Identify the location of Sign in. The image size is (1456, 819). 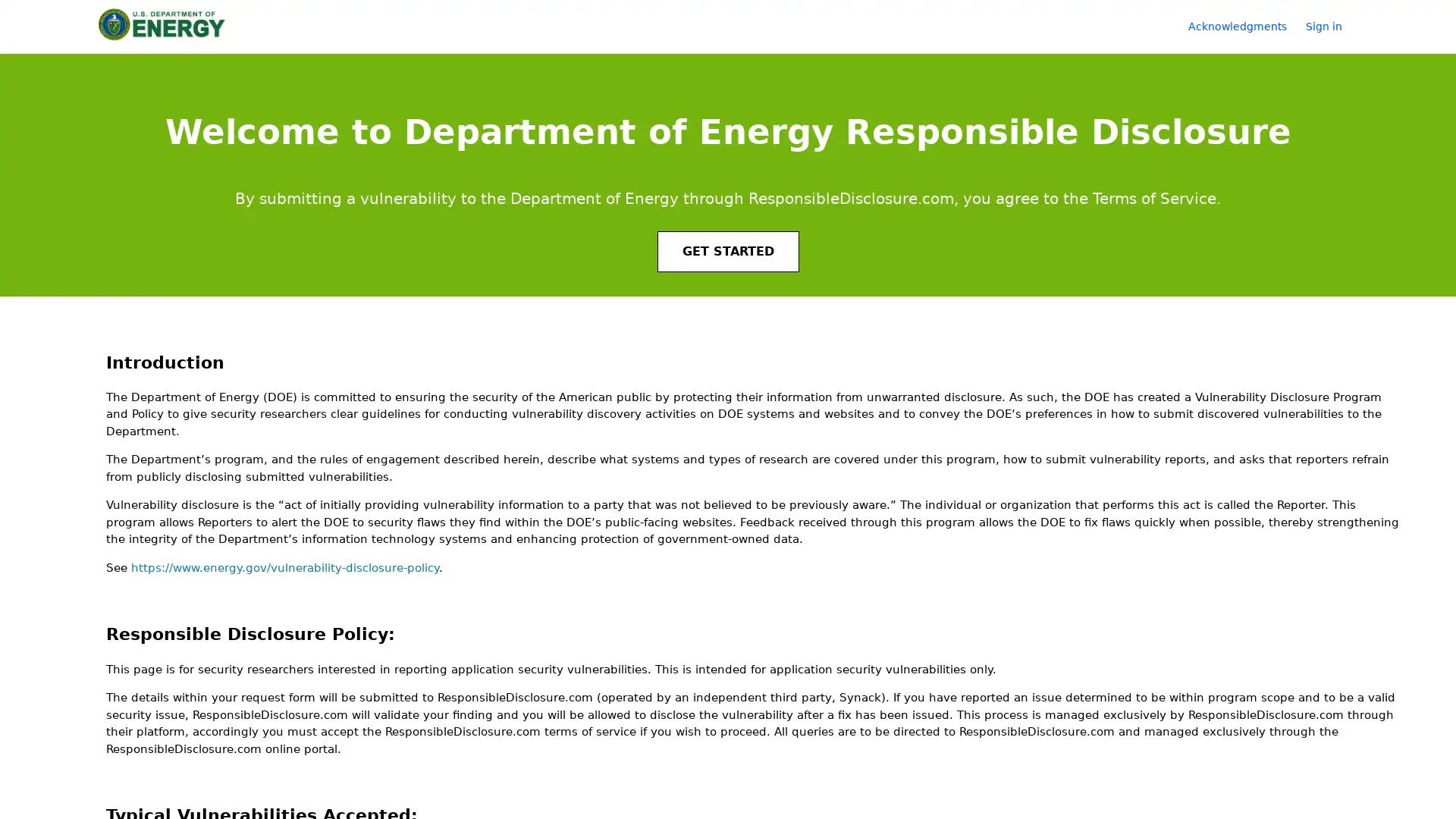
(1331, 26).